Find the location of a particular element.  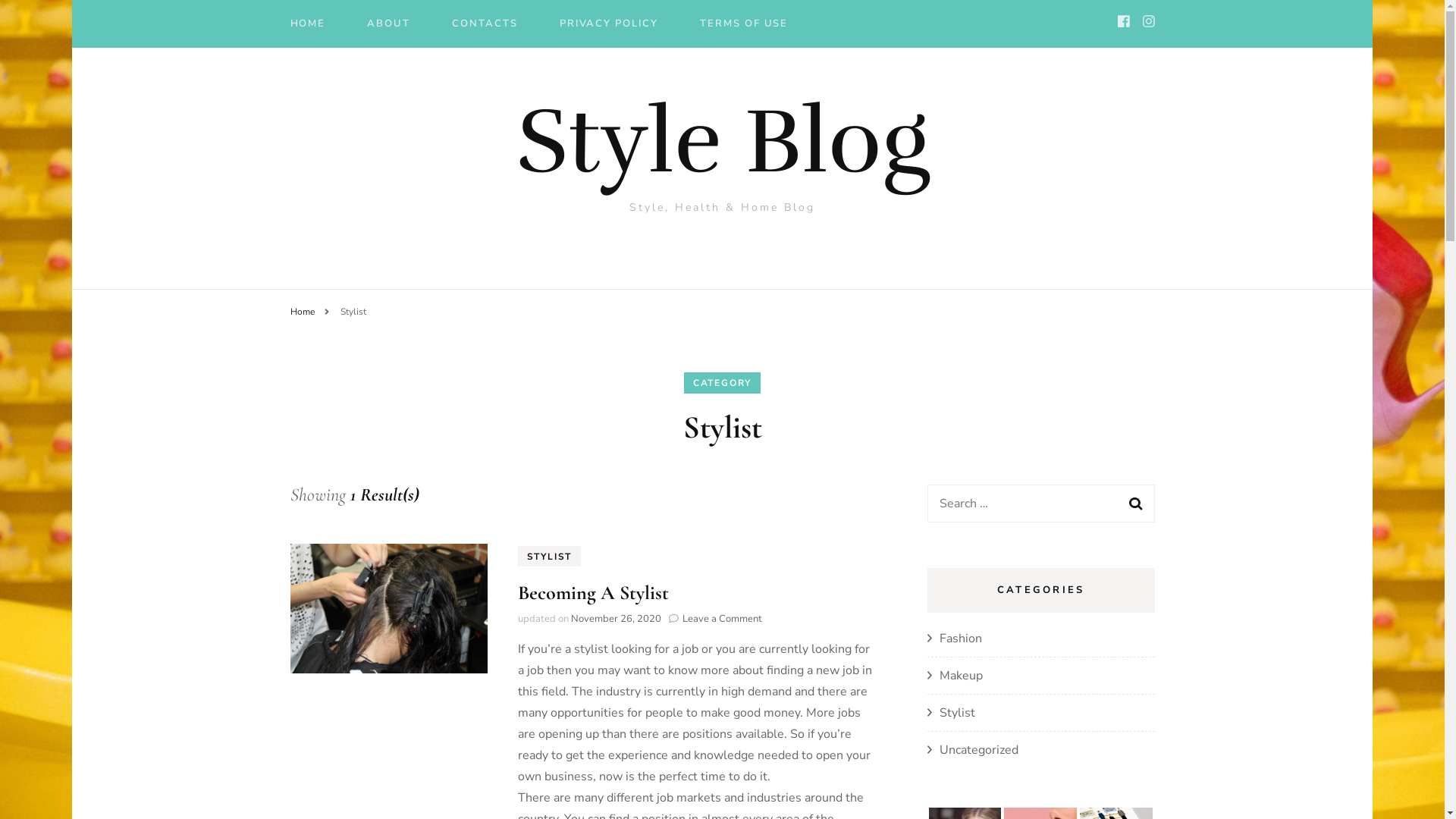

'Becoming A Stylist' is located at coordinates (591, 591).